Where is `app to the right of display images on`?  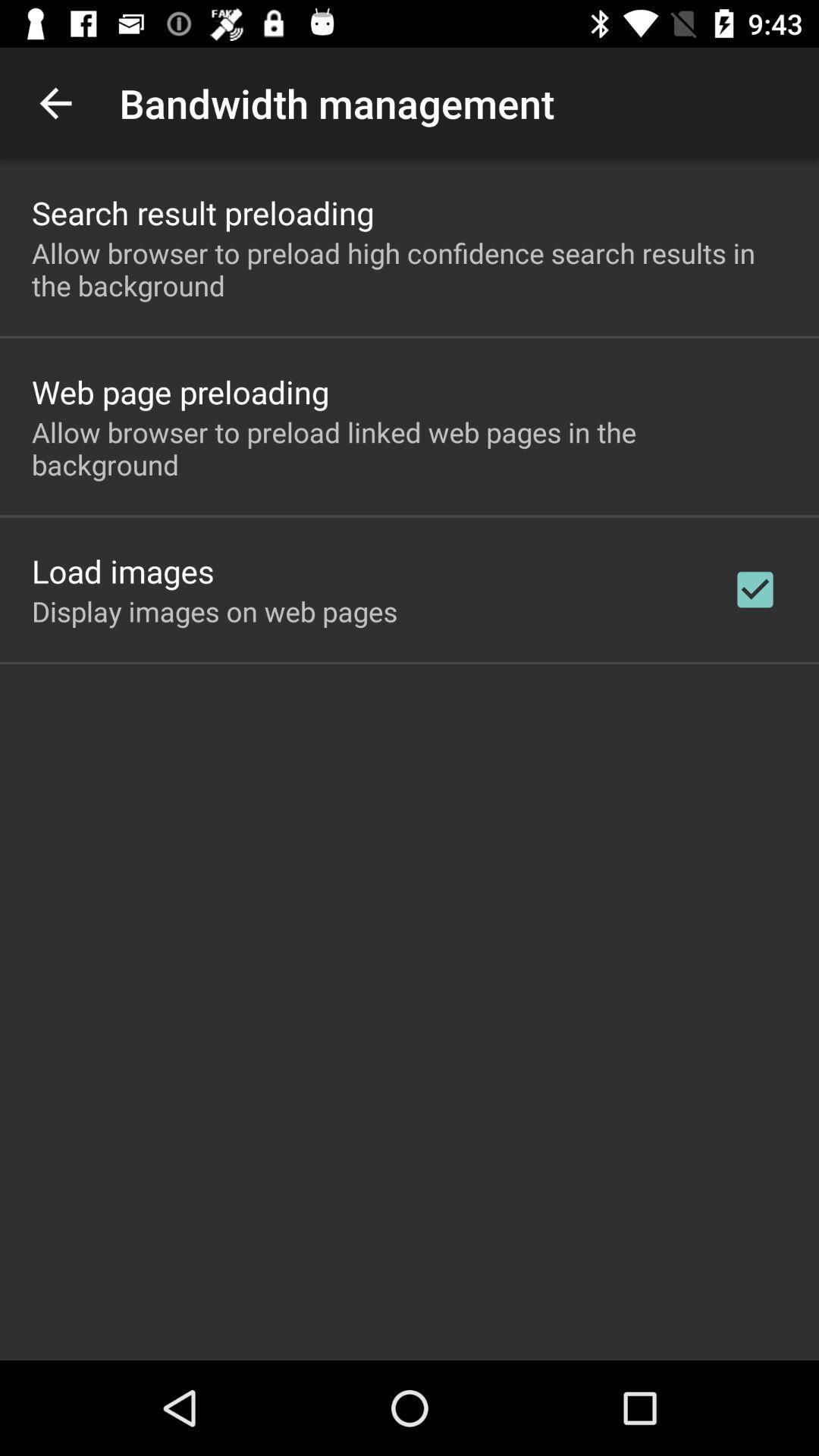
app to the right of display images on is located at coordinates (755, 588).